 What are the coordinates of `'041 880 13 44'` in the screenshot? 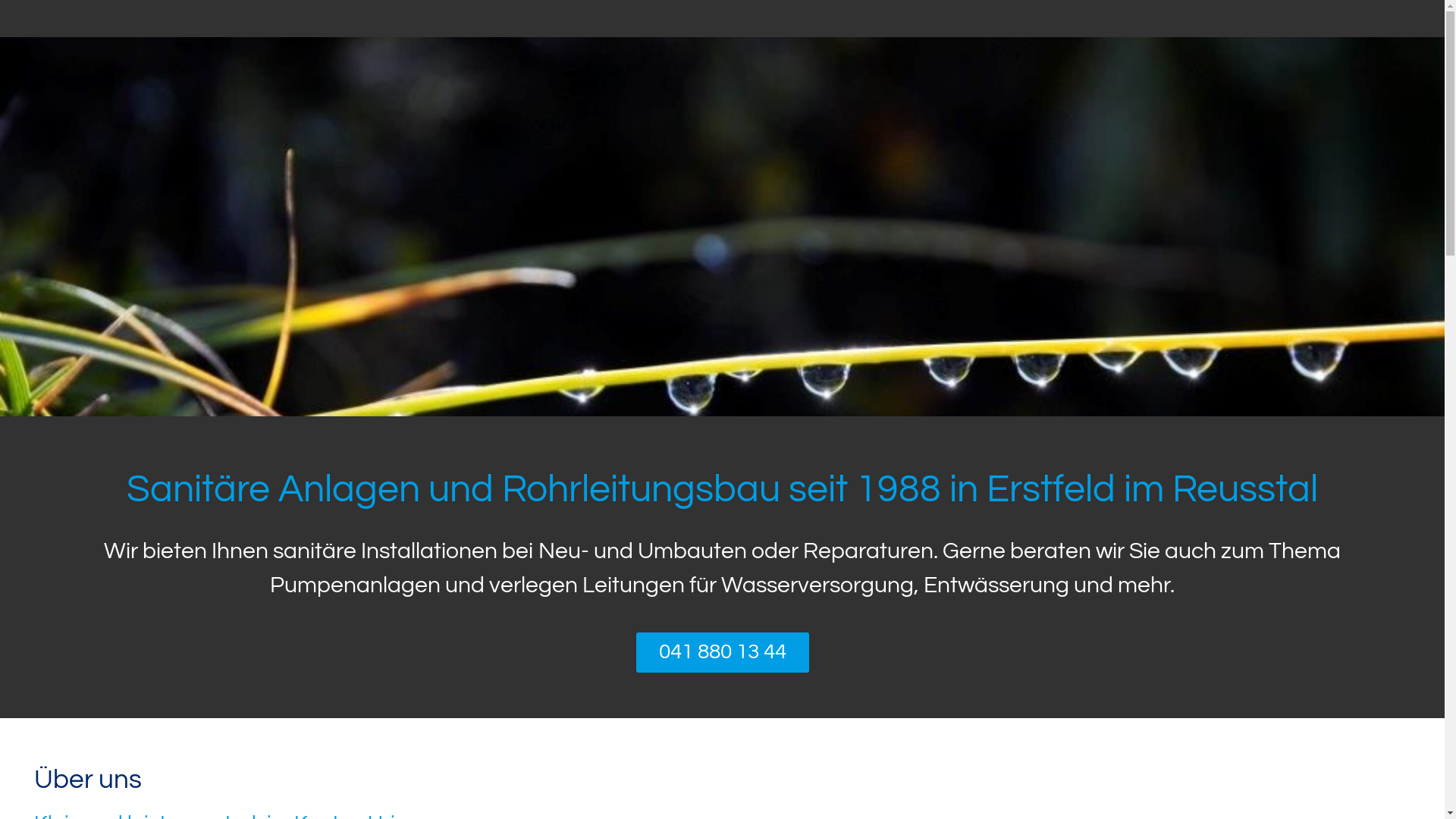 It's located at (635, 651).